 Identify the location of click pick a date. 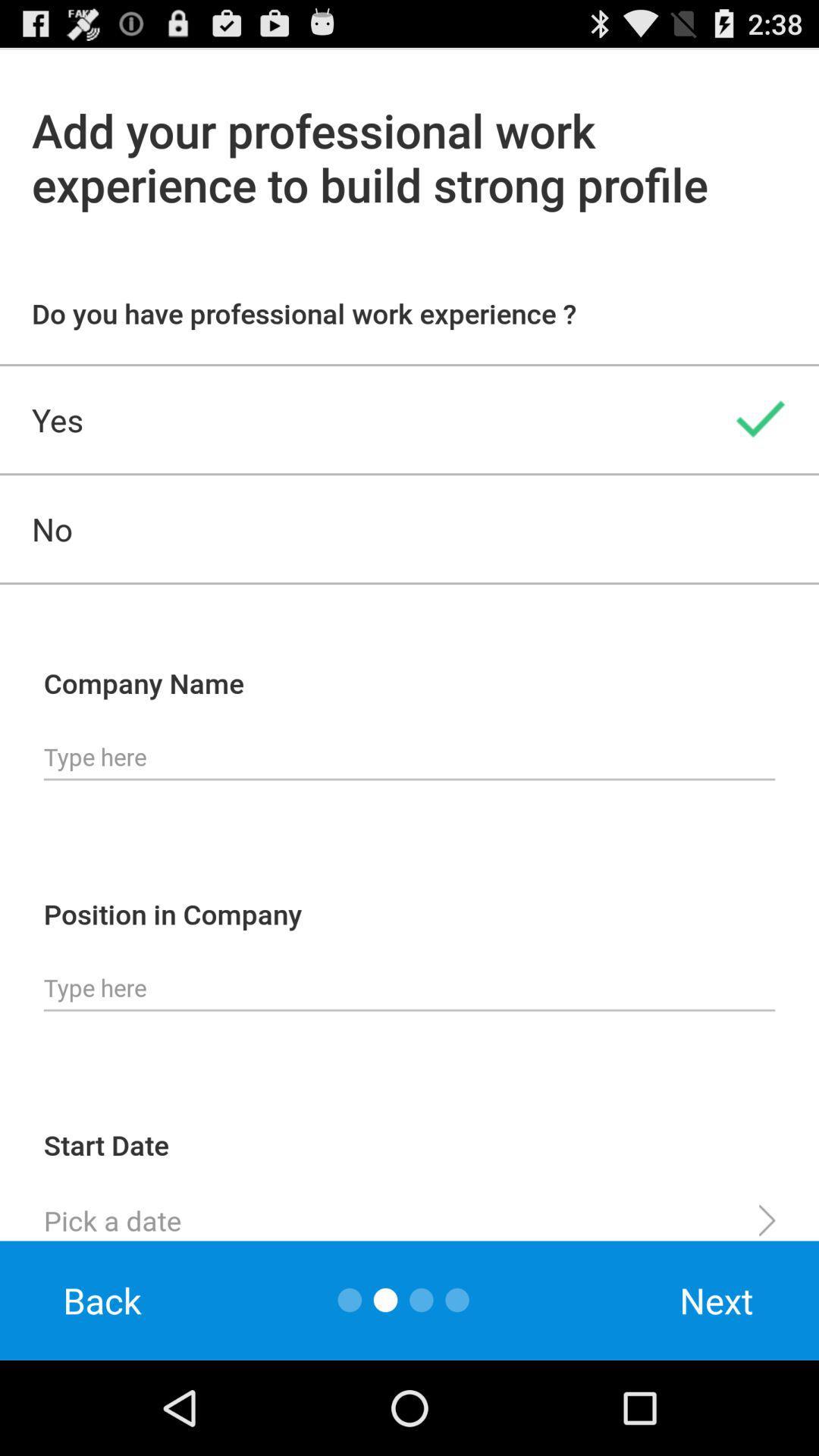
(409, 1214).